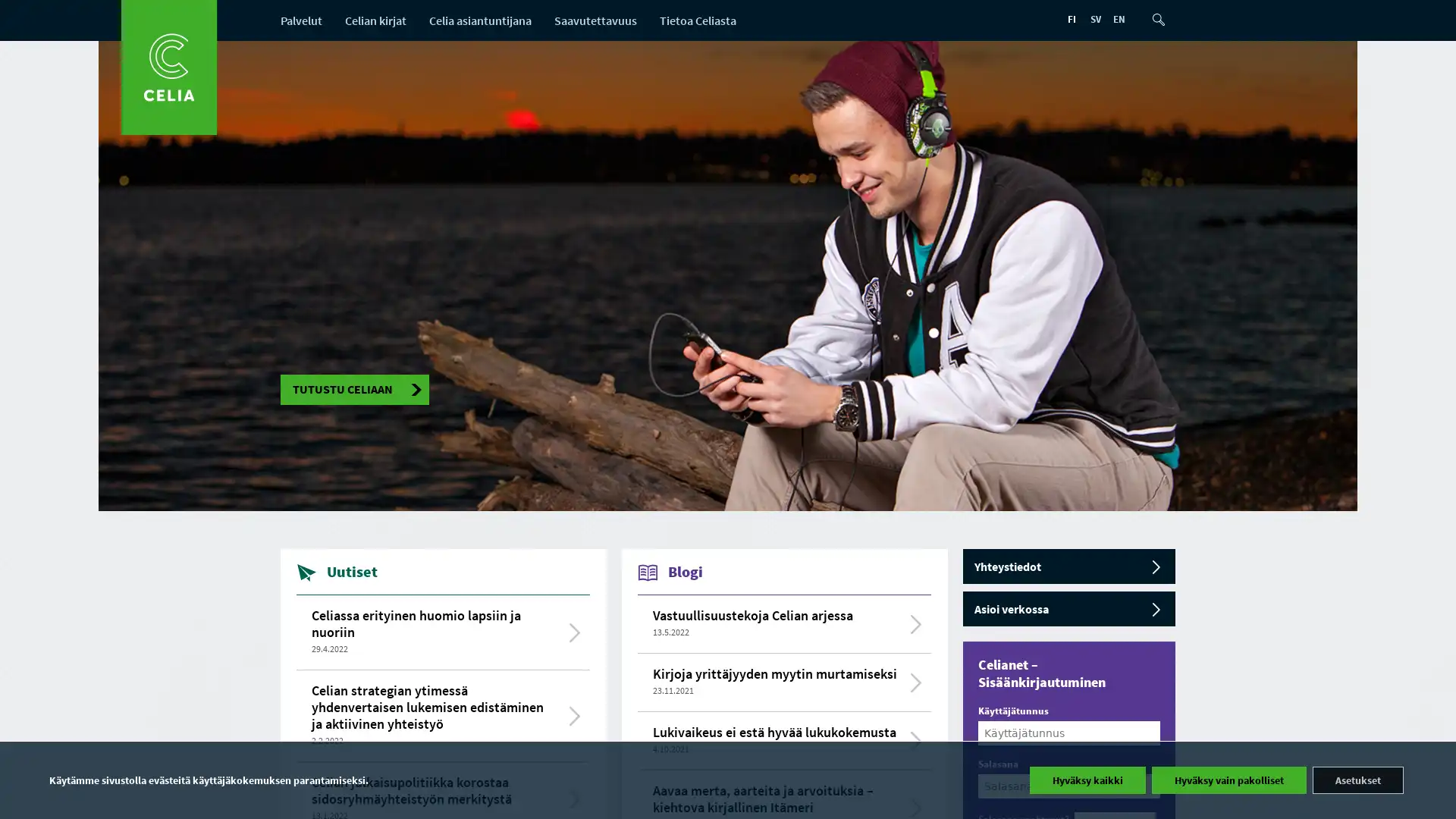 This screenshot has height=819, width=1456. I want to click on Asetukset, so click(1357, 780).